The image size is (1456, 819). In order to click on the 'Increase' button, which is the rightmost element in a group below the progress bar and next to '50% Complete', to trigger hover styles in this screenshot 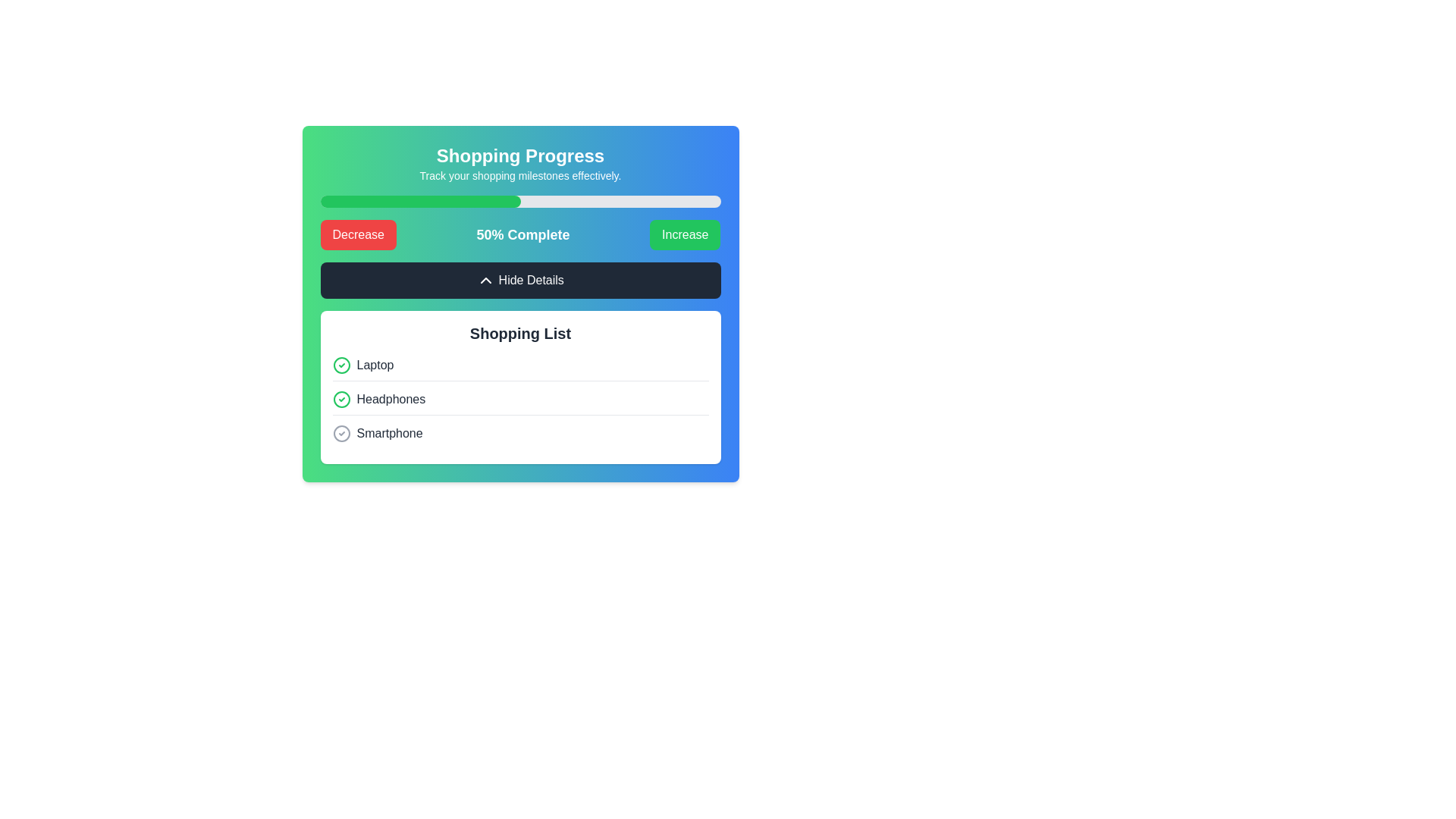, I will do `click(684, 234)`.